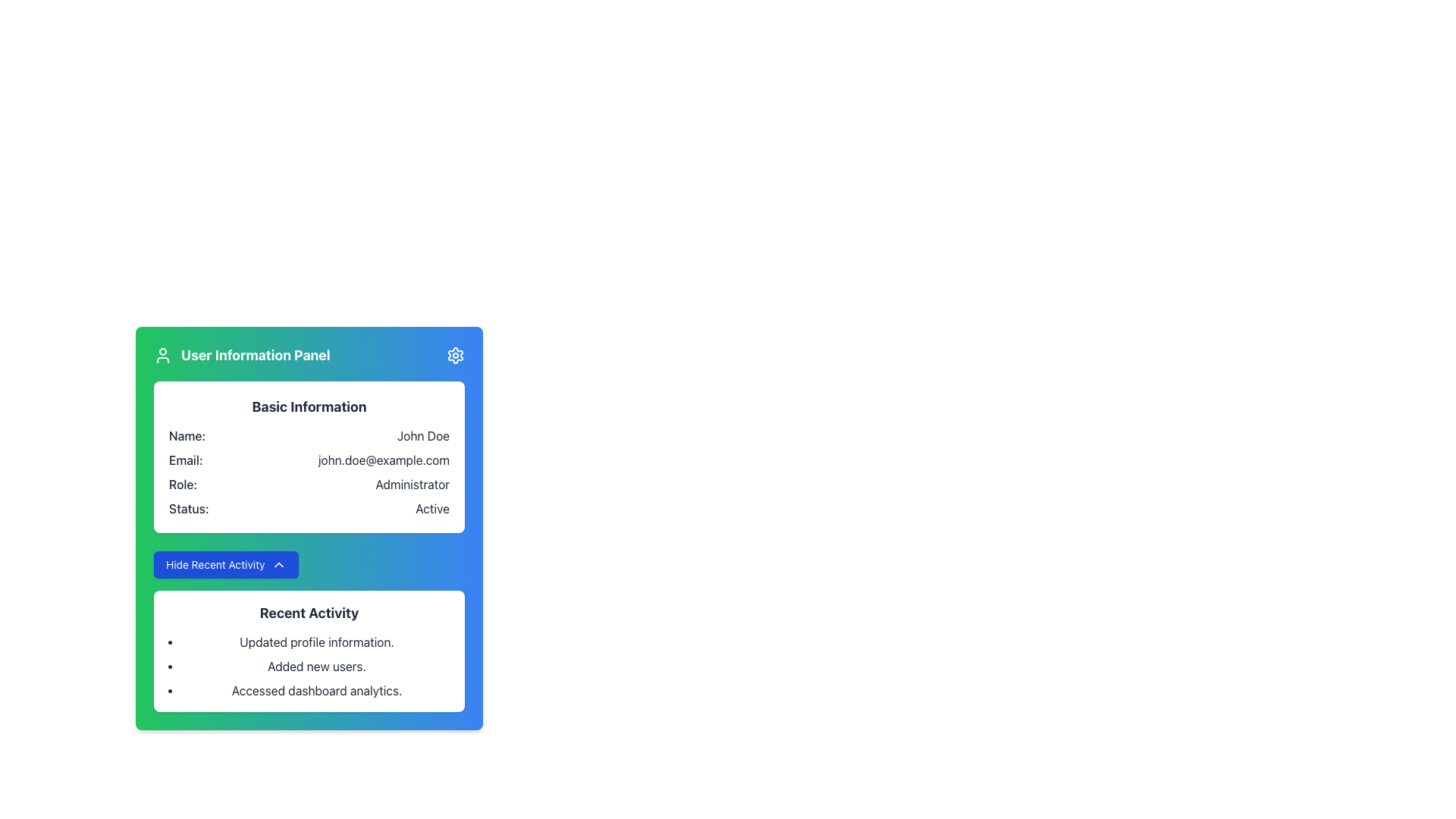  I want to click on the rectangular blue button labeled 'Hide Recent Activity' located in the User Information Panel, so click(225, 564).